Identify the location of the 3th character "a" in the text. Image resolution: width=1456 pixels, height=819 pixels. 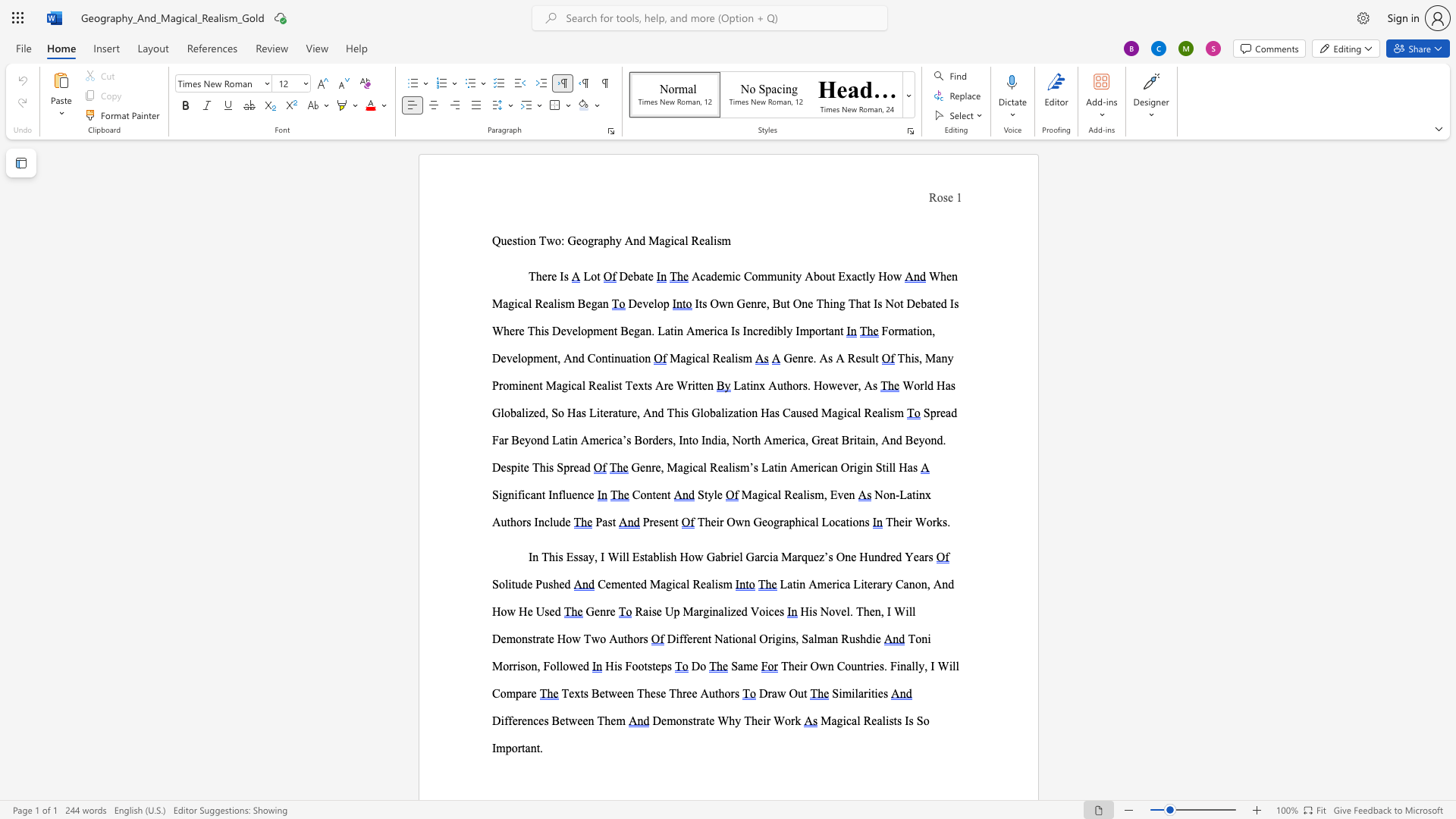
(681, 240).